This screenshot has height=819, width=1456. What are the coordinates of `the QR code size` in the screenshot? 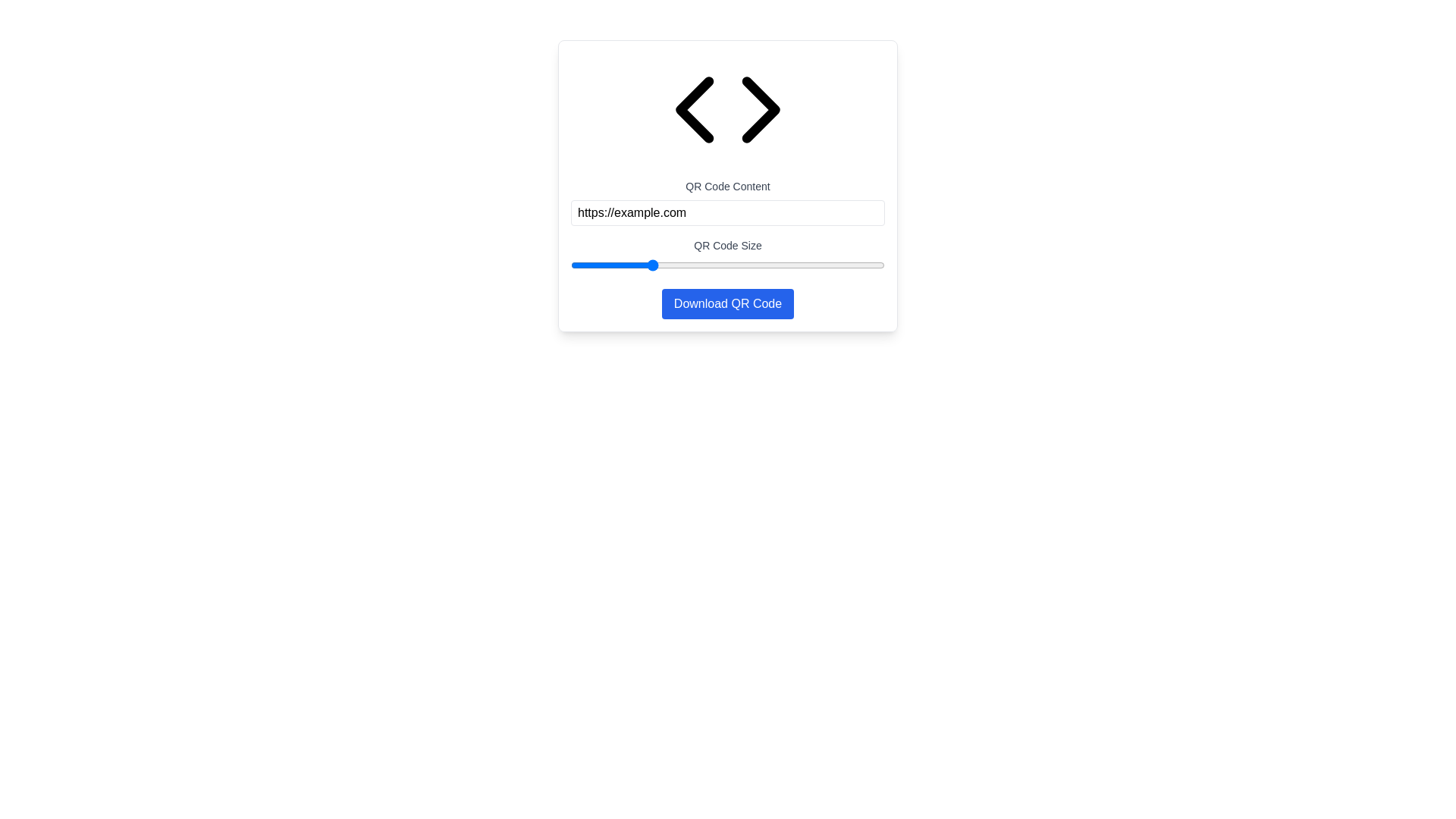 It's located at (771, 265).